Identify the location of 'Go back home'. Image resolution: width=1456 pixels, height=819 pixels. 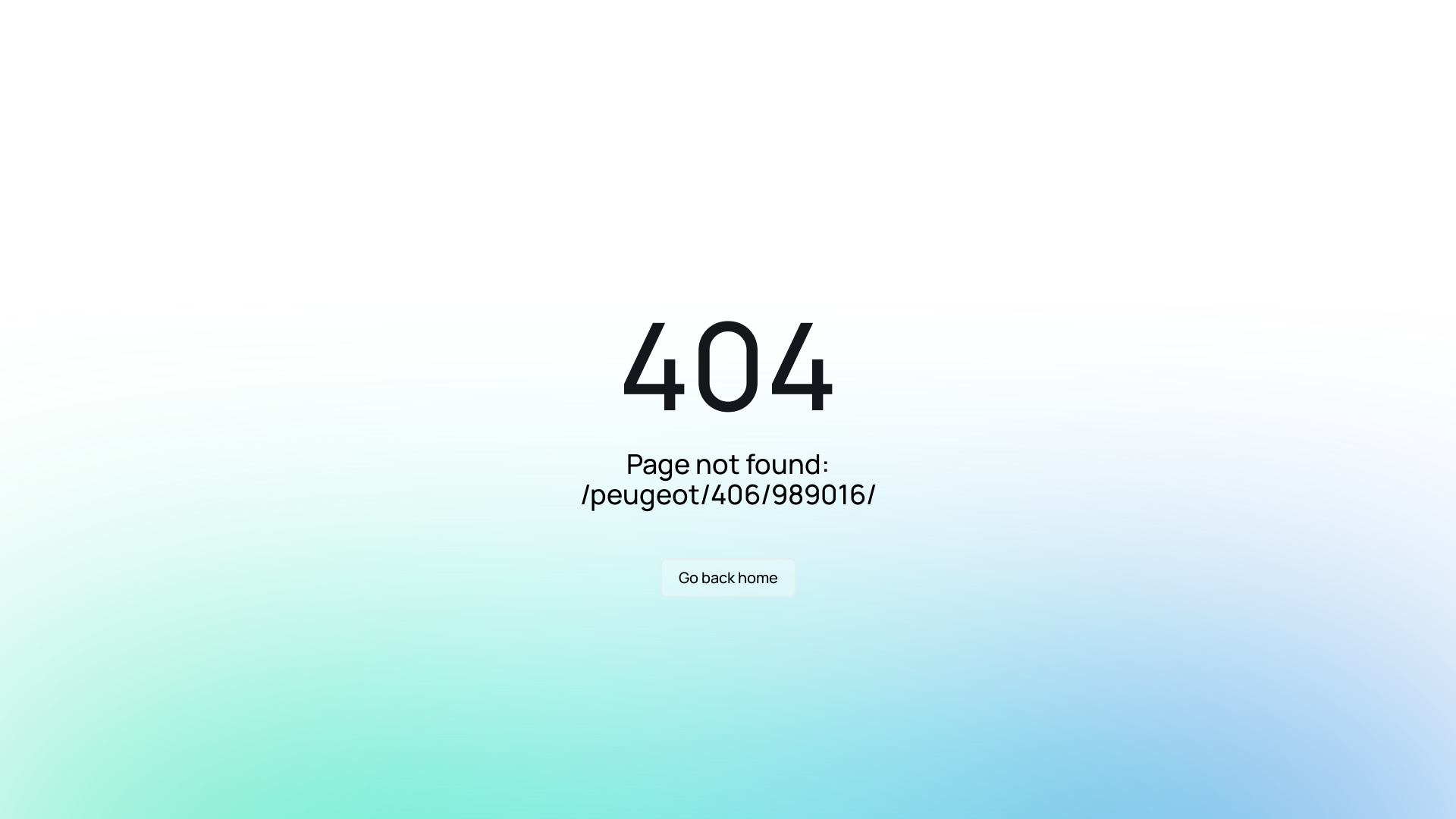
(726, 578).